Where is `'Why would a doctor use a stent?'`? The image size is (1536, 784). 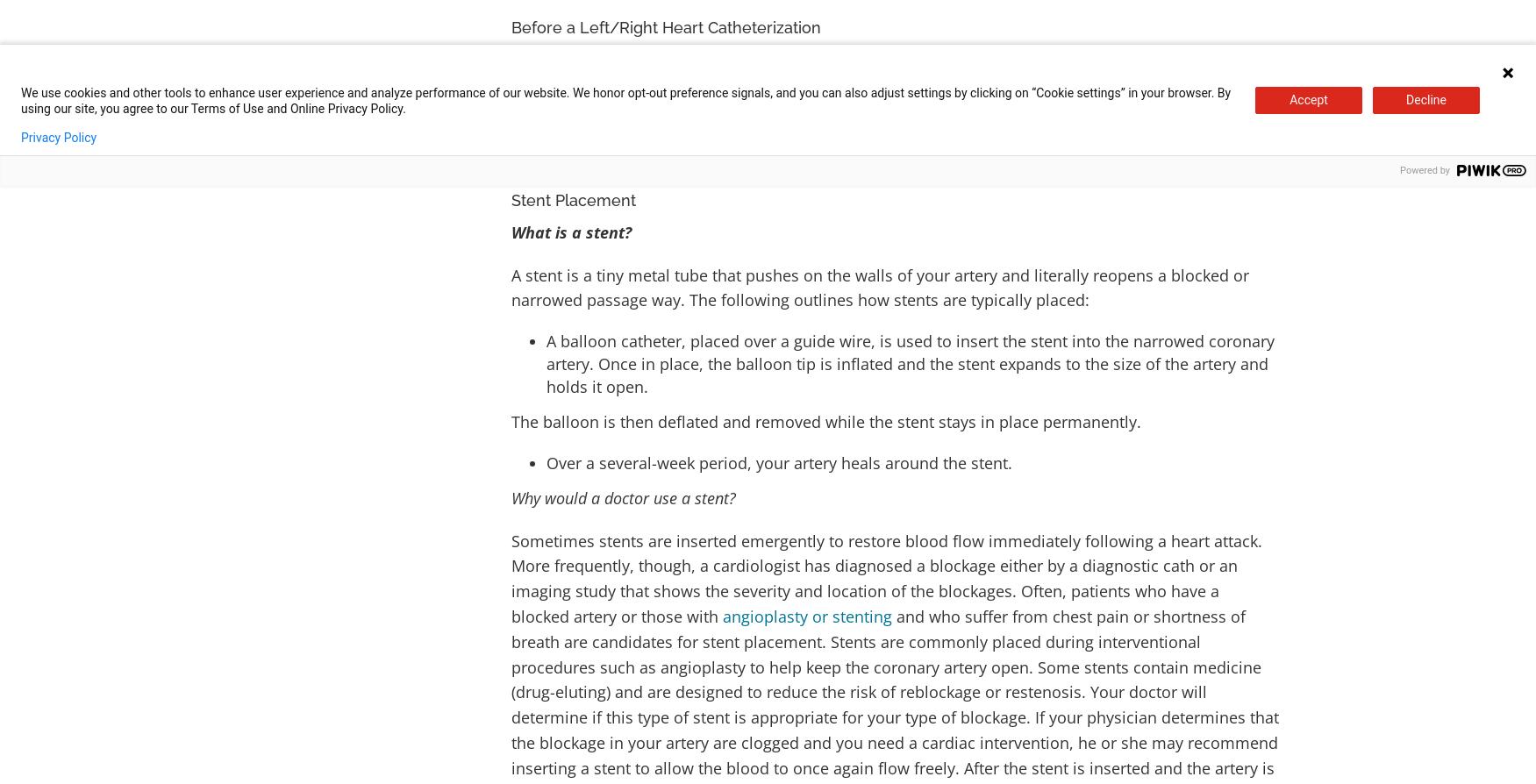 'Why would a doctor use a stent?' is located at coordinates (624, 496).